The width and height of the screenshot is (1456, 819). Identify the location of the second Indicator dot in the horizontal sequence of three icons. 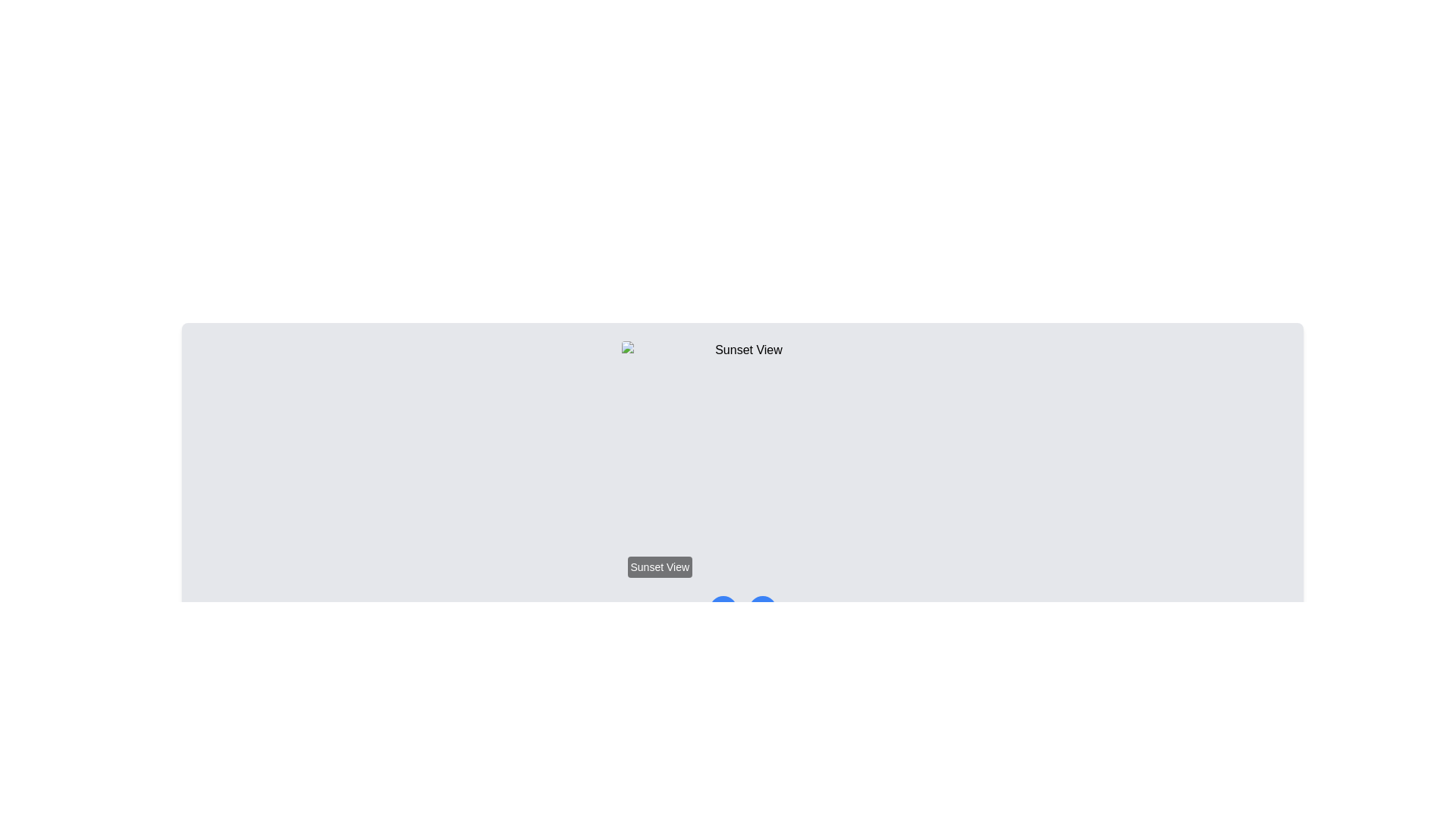
(742, 640).